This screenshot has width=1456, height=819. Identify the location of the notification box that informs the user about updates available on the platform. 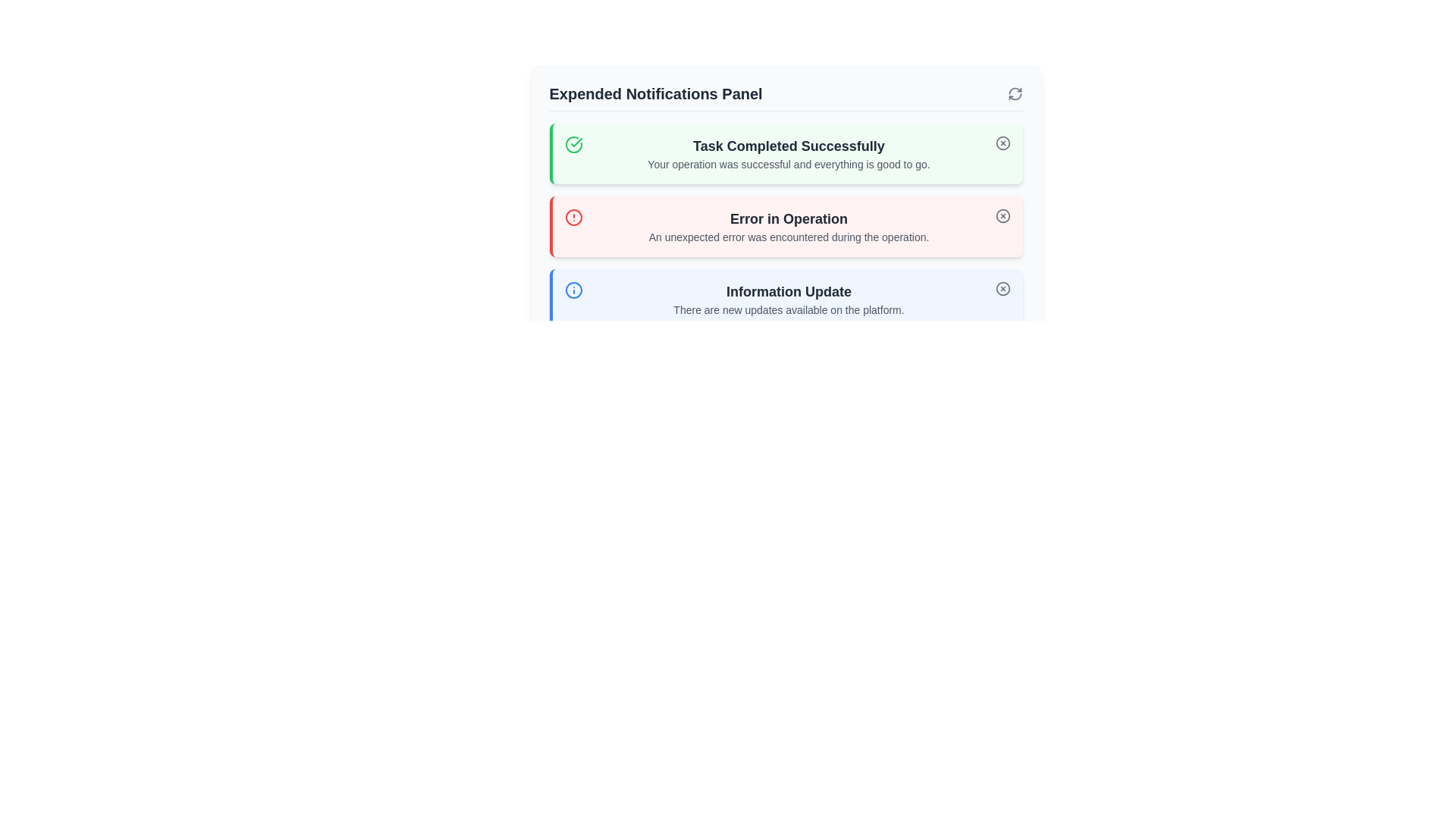
(786, 299).